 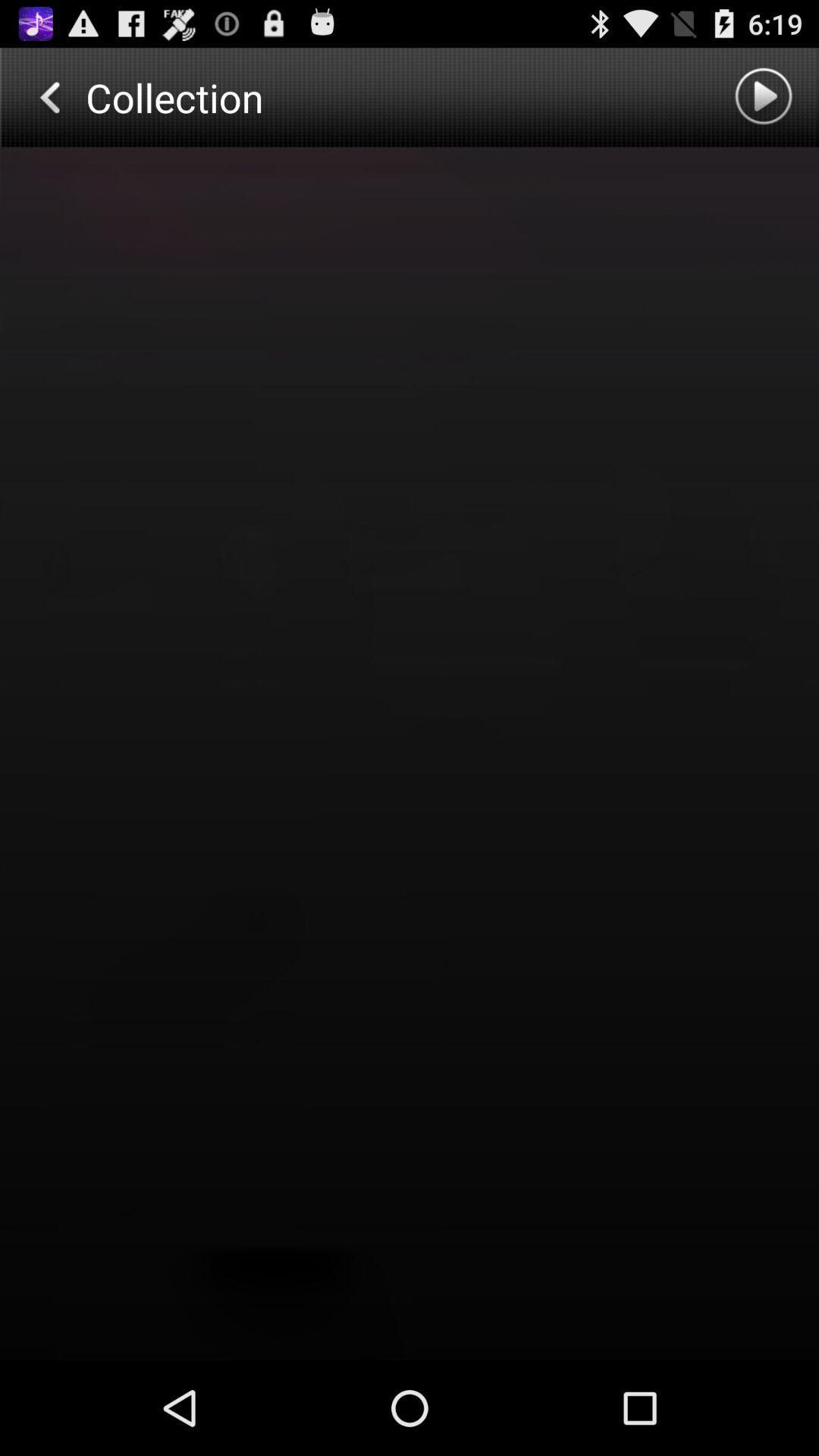 What do you see at coordinates (48, 96) in the screenshot?
I see `go back` at bounding box center [48, 96].